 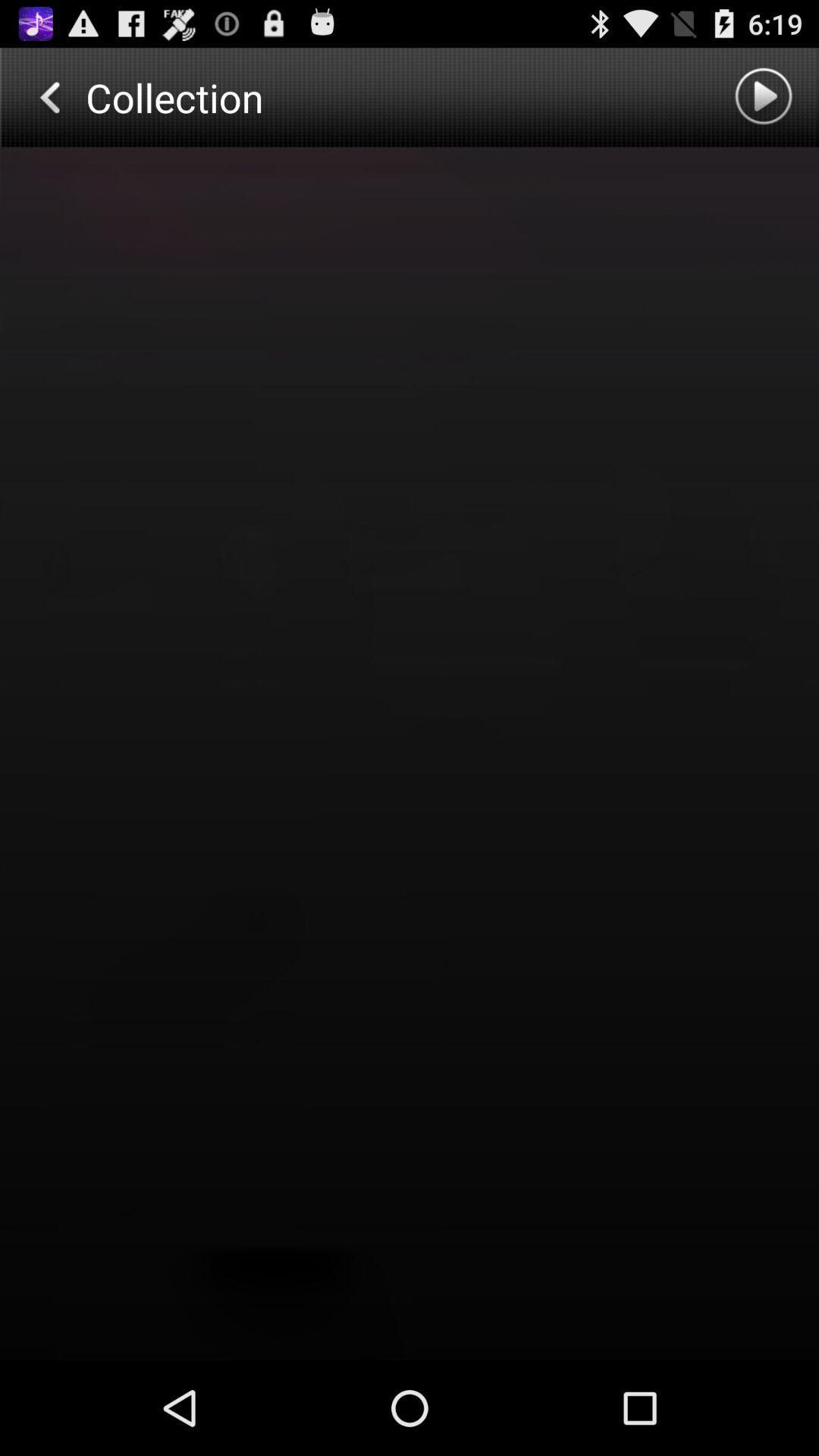 What do you see at coordinates (48, 96) in the screenshot?
I see `go back` at bounding box center [48, 96].